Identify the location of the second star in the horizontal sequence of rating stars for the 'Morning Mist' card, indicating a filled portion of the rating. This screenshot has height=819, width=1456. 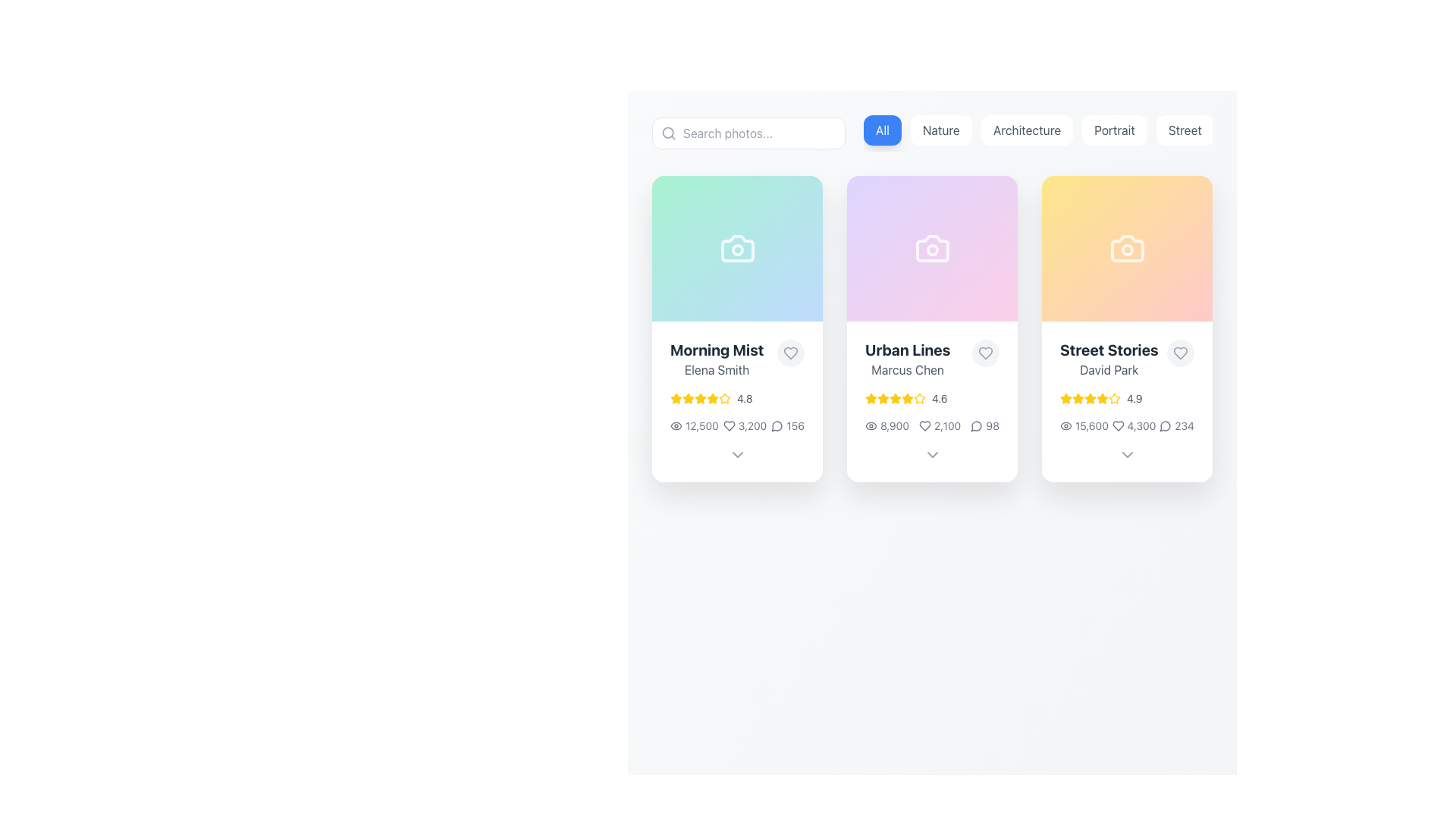
(723, 397).